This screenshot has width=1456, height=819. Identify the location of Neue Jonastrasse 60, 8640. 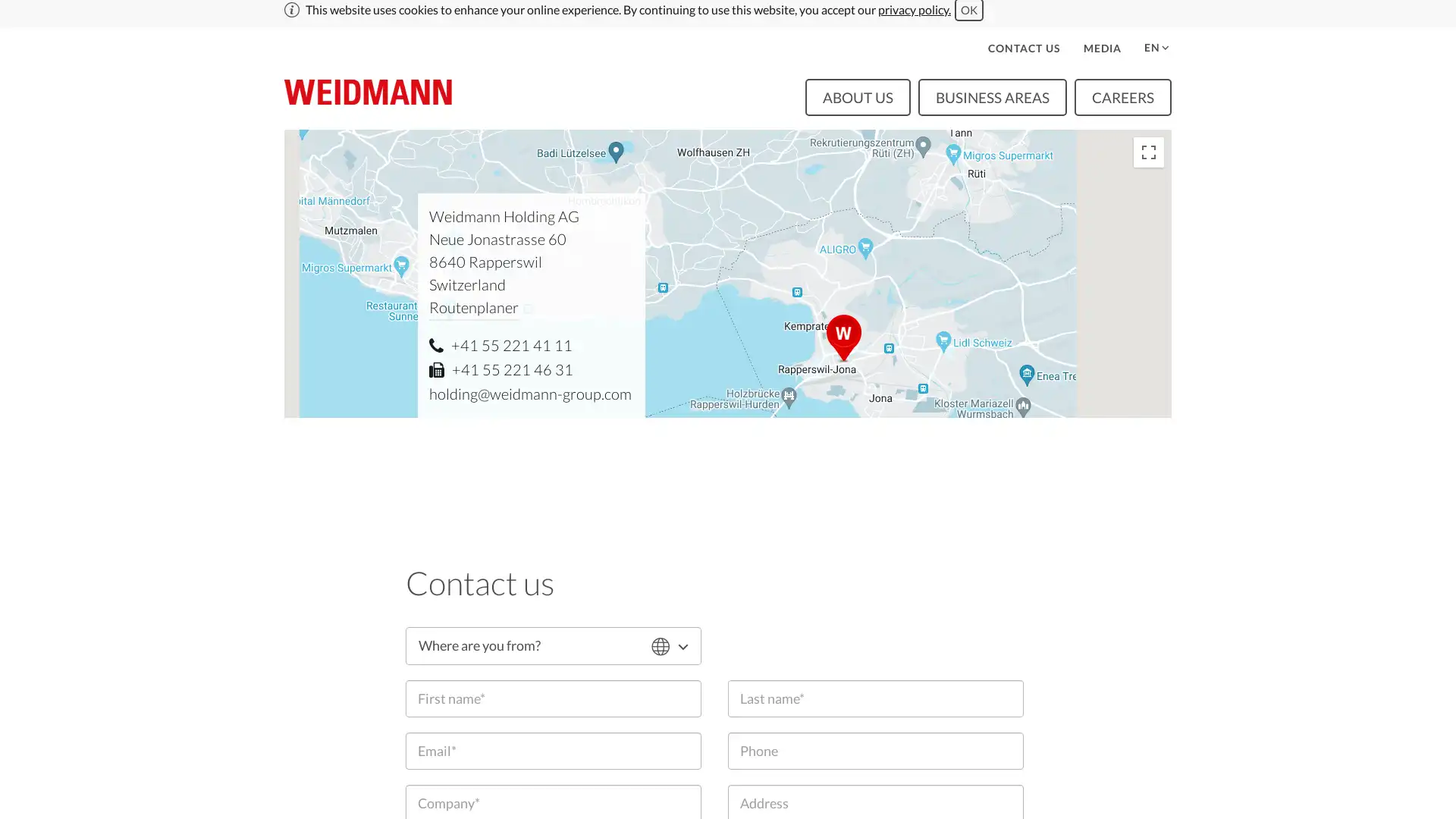
(843, 309).